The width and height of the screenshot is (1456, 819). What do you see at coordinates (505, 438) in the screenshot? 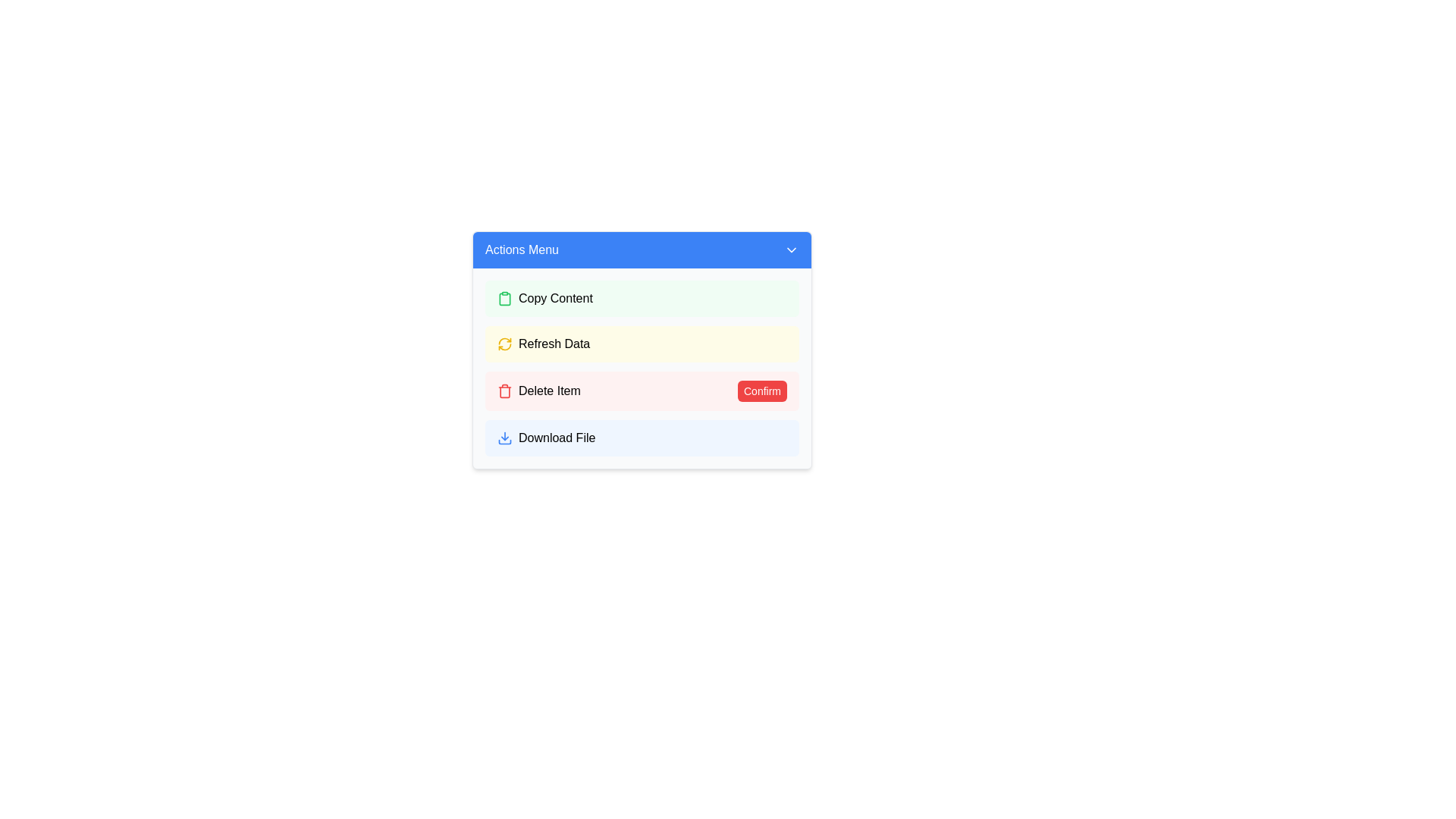
I see `the downward-facing blue arrow icon located at the far left side of the 'Download File' option in the action menu` at bounding box center [505, 438].